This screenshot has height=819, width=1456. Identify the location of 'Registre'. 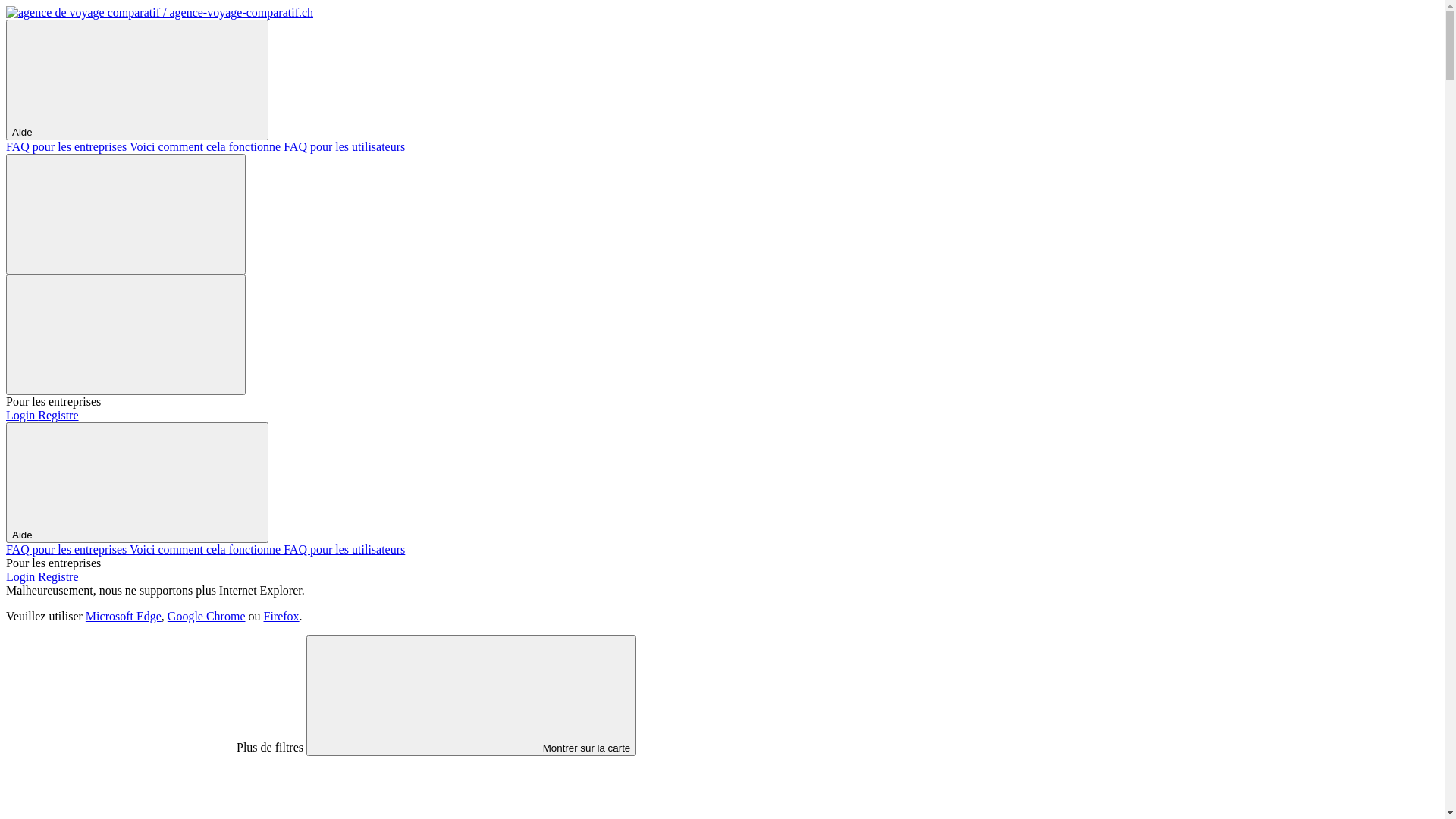
(58, 576).